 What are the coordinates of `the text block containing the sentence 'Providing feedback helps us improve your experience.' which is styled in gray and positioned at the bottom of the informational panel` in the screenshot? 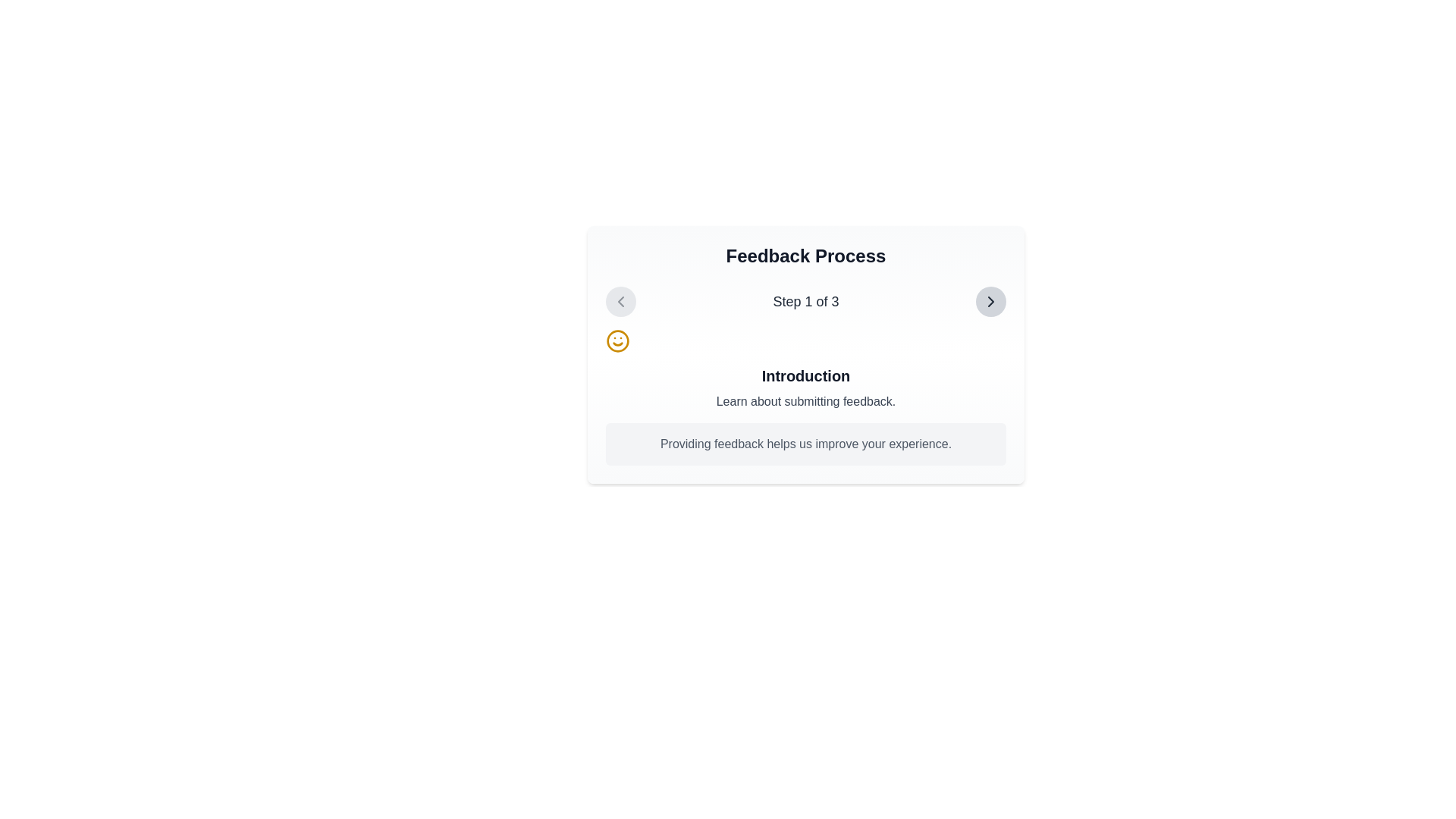 It's located at (805, 444).